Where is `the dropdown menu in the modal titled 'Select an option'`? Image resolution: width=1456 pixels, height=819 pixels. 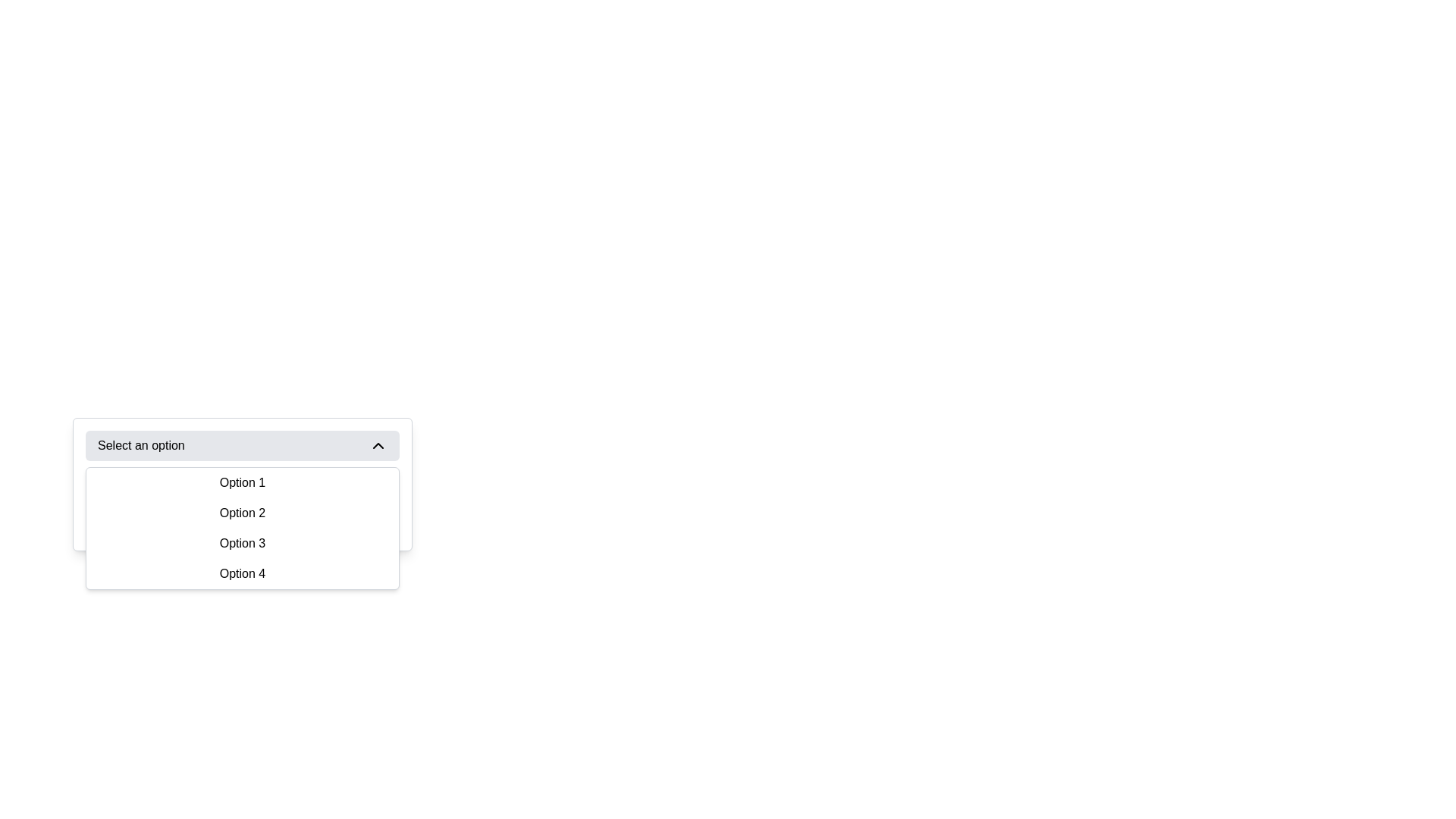 the dropdown menu in the modal titled 'Select an option' is located at coordinates (375, 595).